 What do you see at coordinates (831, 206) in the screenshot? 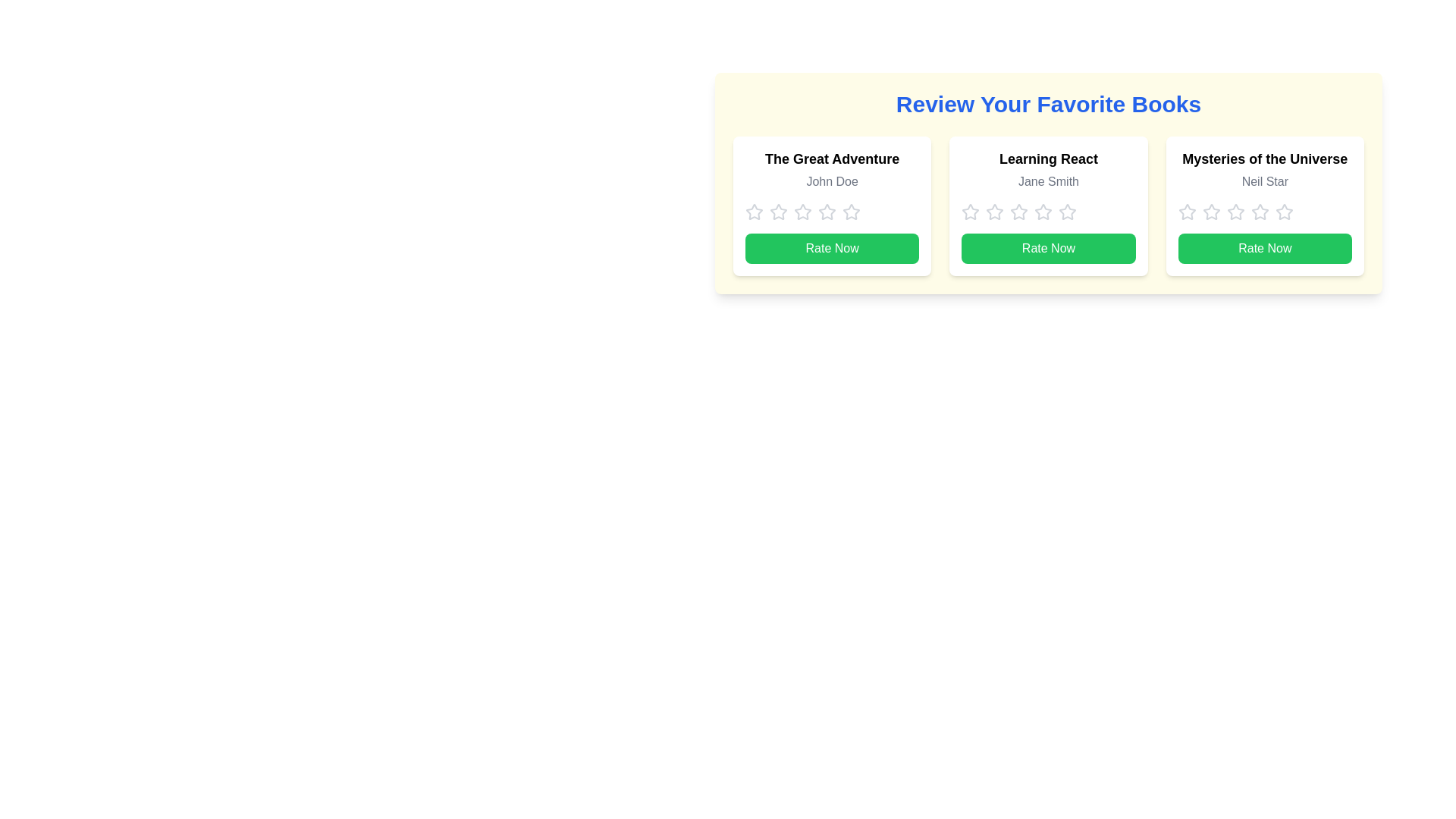
I see `one of the star icons in the interactive card titled 'The Great Adventure'` at bounding box center [831, 206].